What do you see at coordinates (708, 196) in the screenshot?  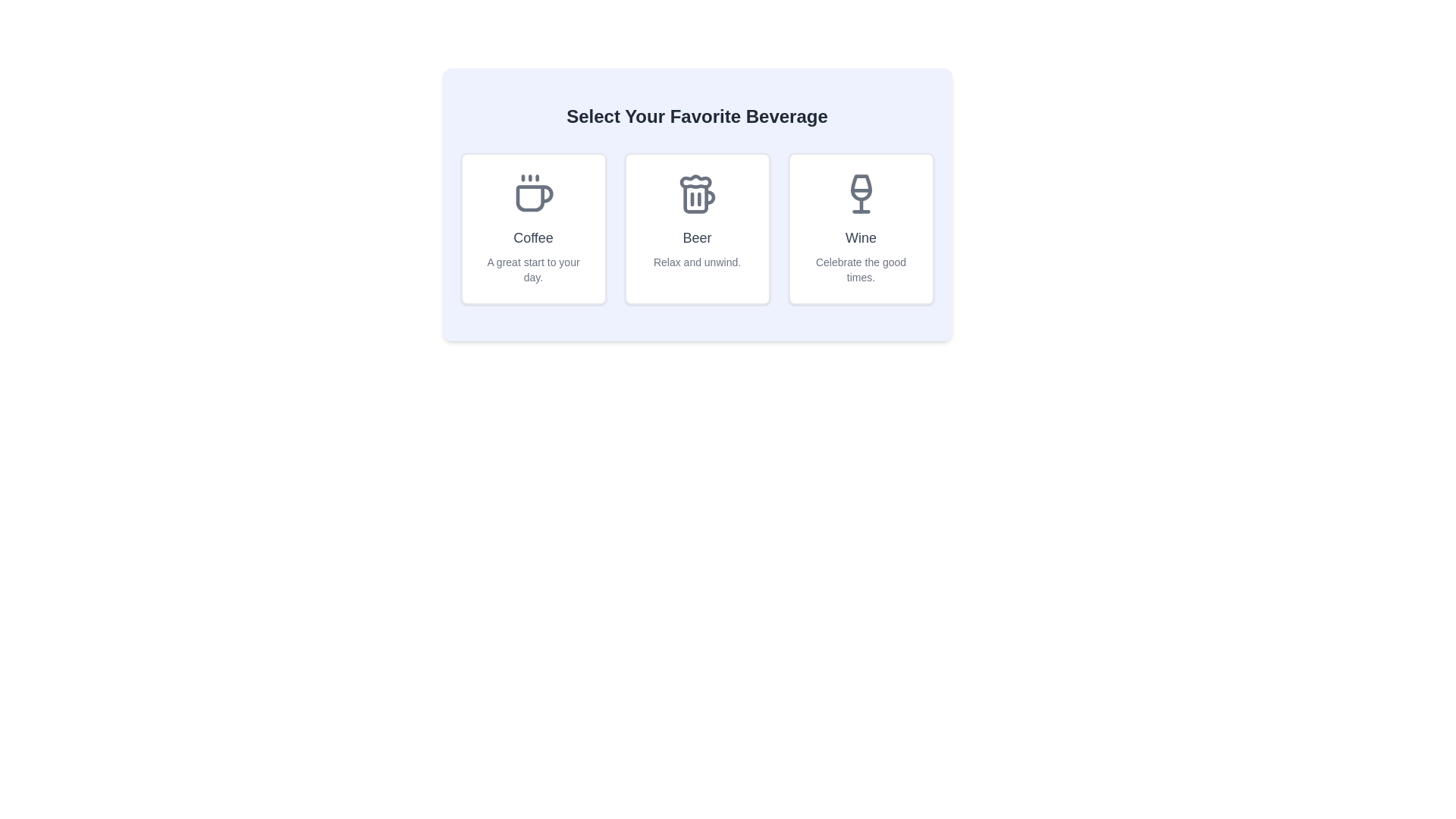 I see `the decorative graphical detail within the beer mug SVG icon in the beverage selection UI` at bounding box center [708, 196].